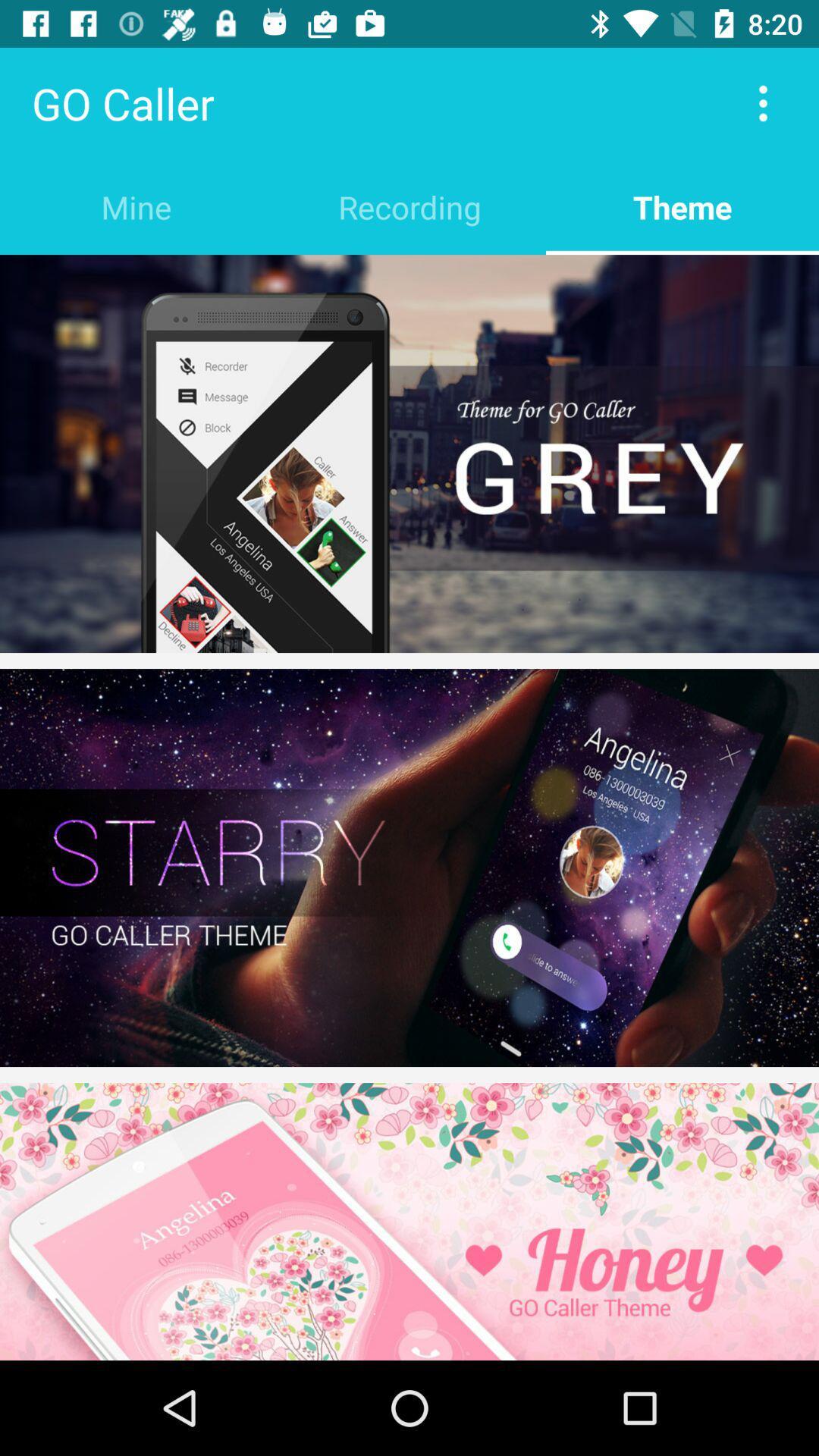 This screenshot has width=819, height=1456. Describe the element at coordinates (763, 102) in the screenshot. I see `item next to the go caller icon` at that location.